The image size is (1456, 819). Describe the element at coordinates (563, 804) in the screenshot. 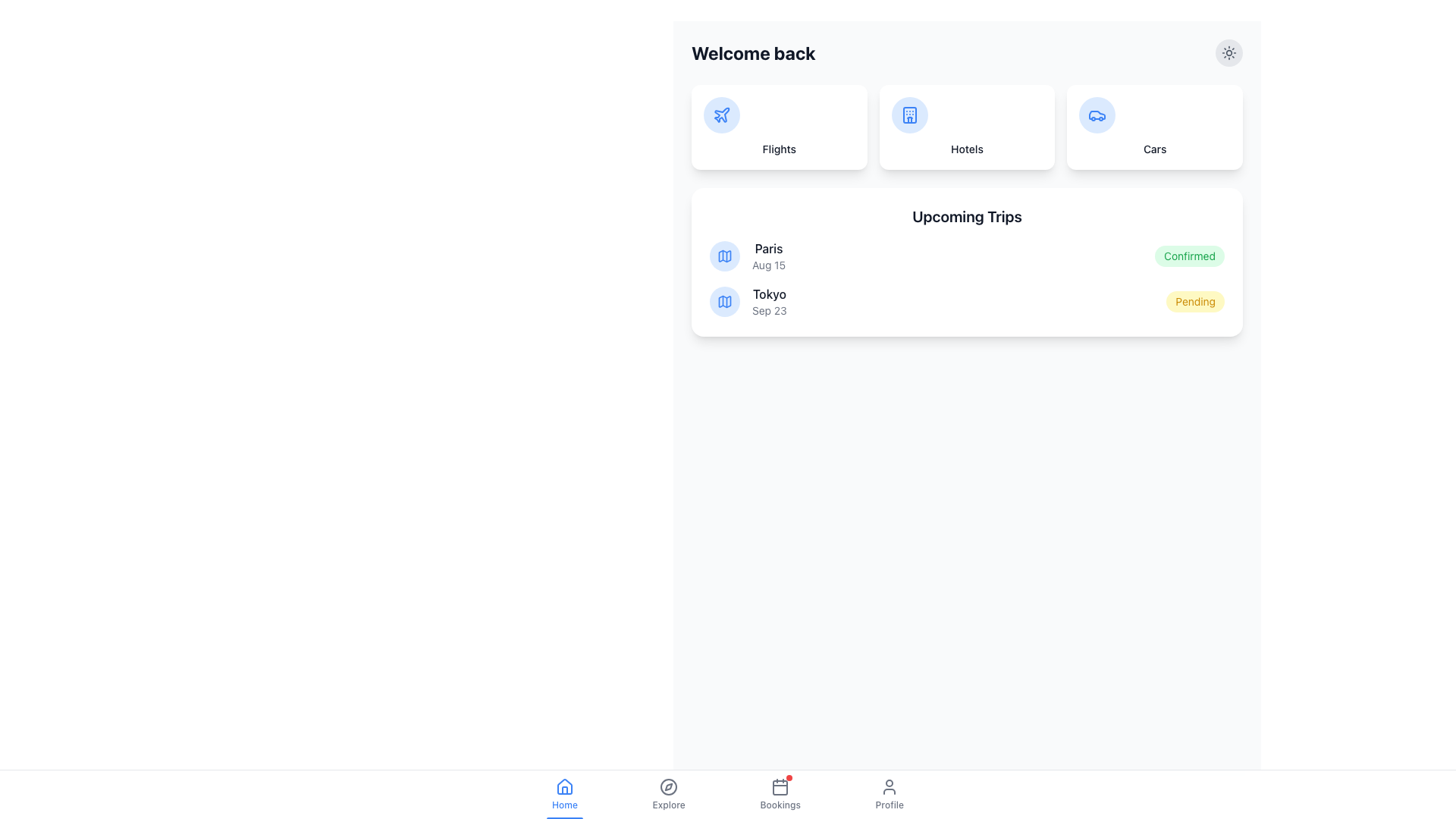

I see `the 'Home' text label located in the bottom menu` at that location.